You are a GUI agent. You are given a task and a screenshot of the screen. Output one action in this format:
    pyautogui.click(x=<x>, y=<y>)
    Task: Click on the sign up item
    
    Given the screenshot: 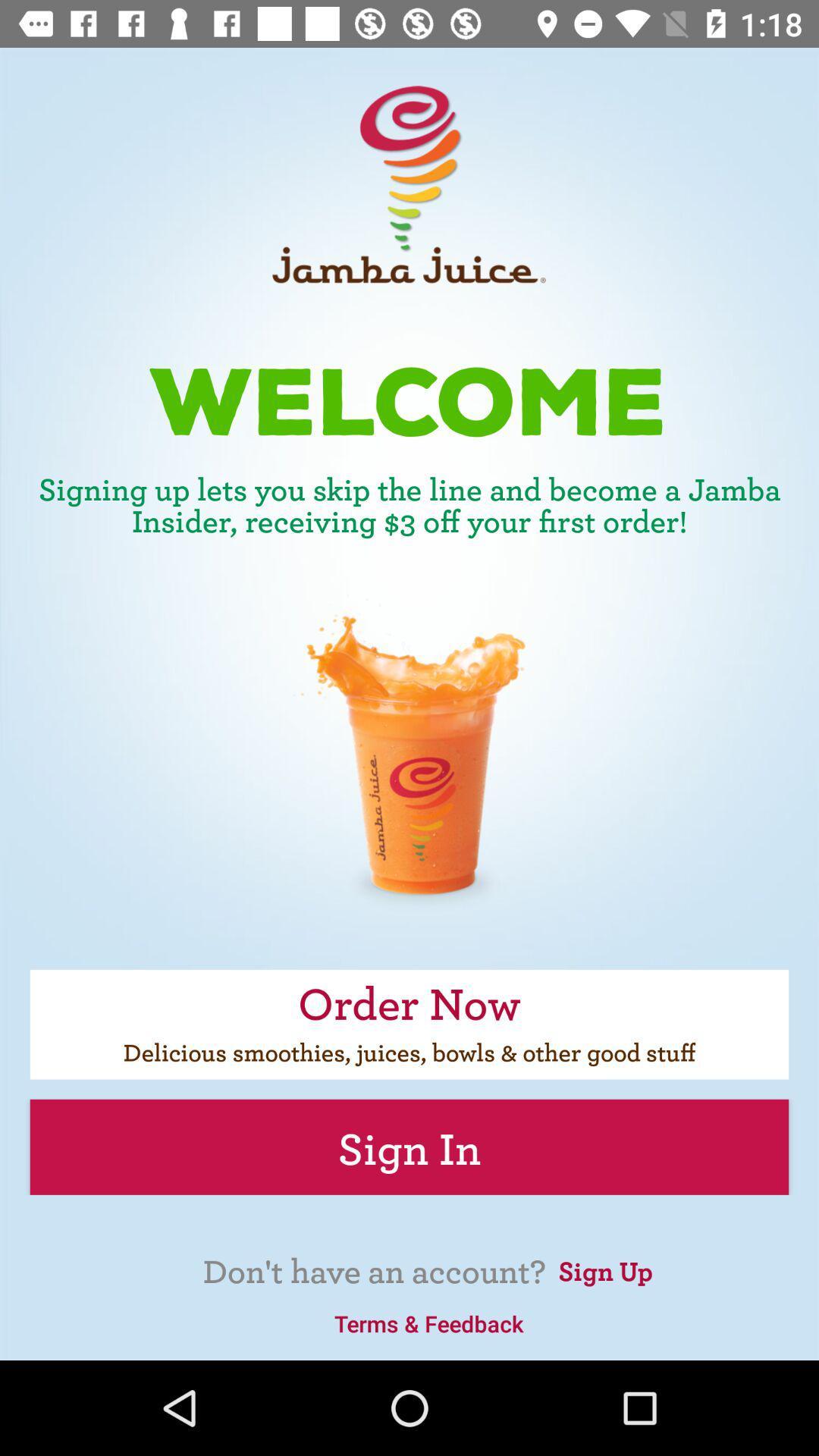 What is the action you would take?
    pyautogui.click(x=604, y=1269)
    